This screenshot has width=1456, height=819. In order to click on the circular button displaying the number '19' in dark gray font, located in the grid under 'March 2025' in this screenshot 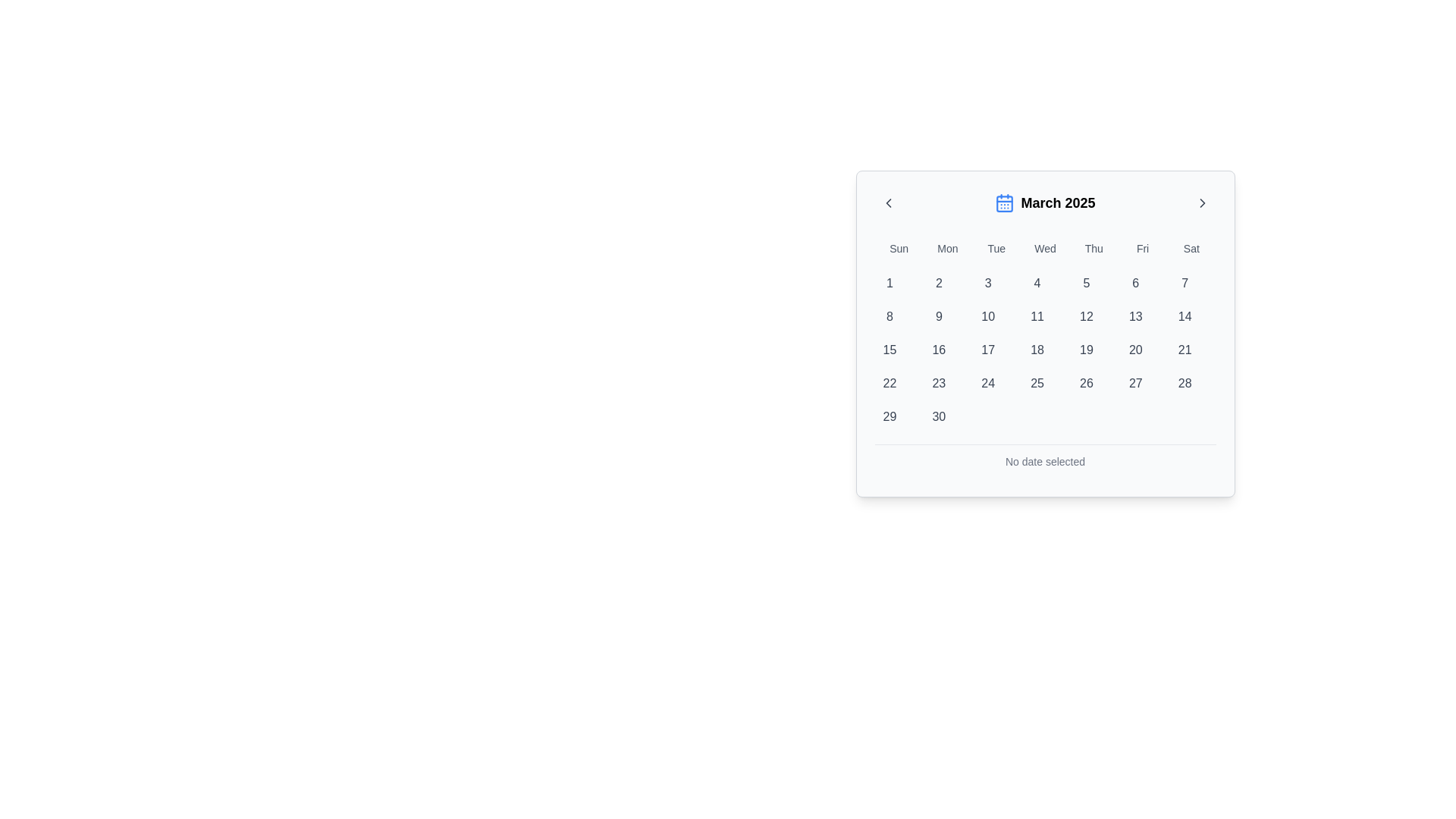, I will do `click(1085, 350)`.